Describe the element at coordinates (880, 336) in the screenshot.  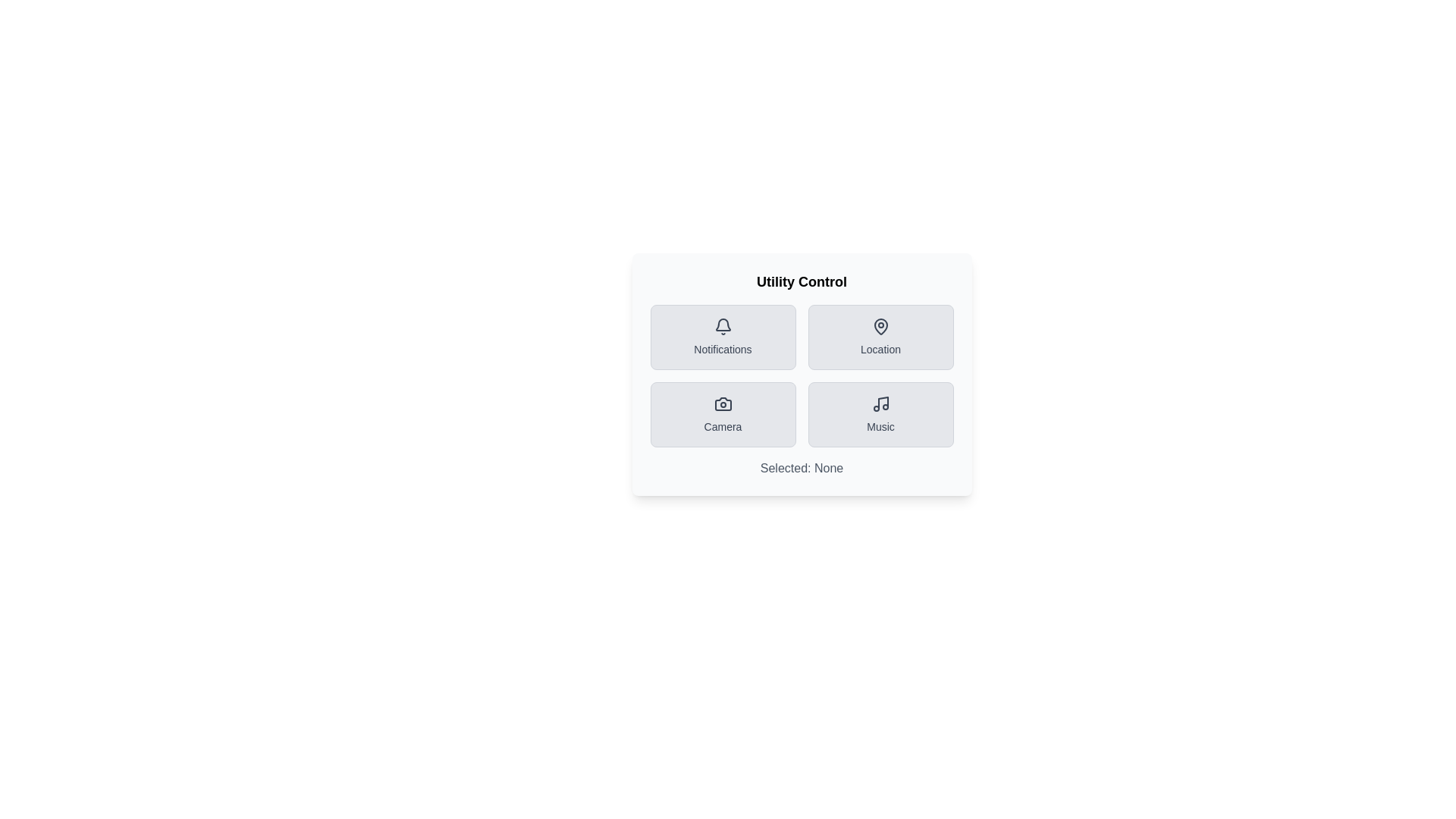
I see `the Location button to view its hover effect` at that location.